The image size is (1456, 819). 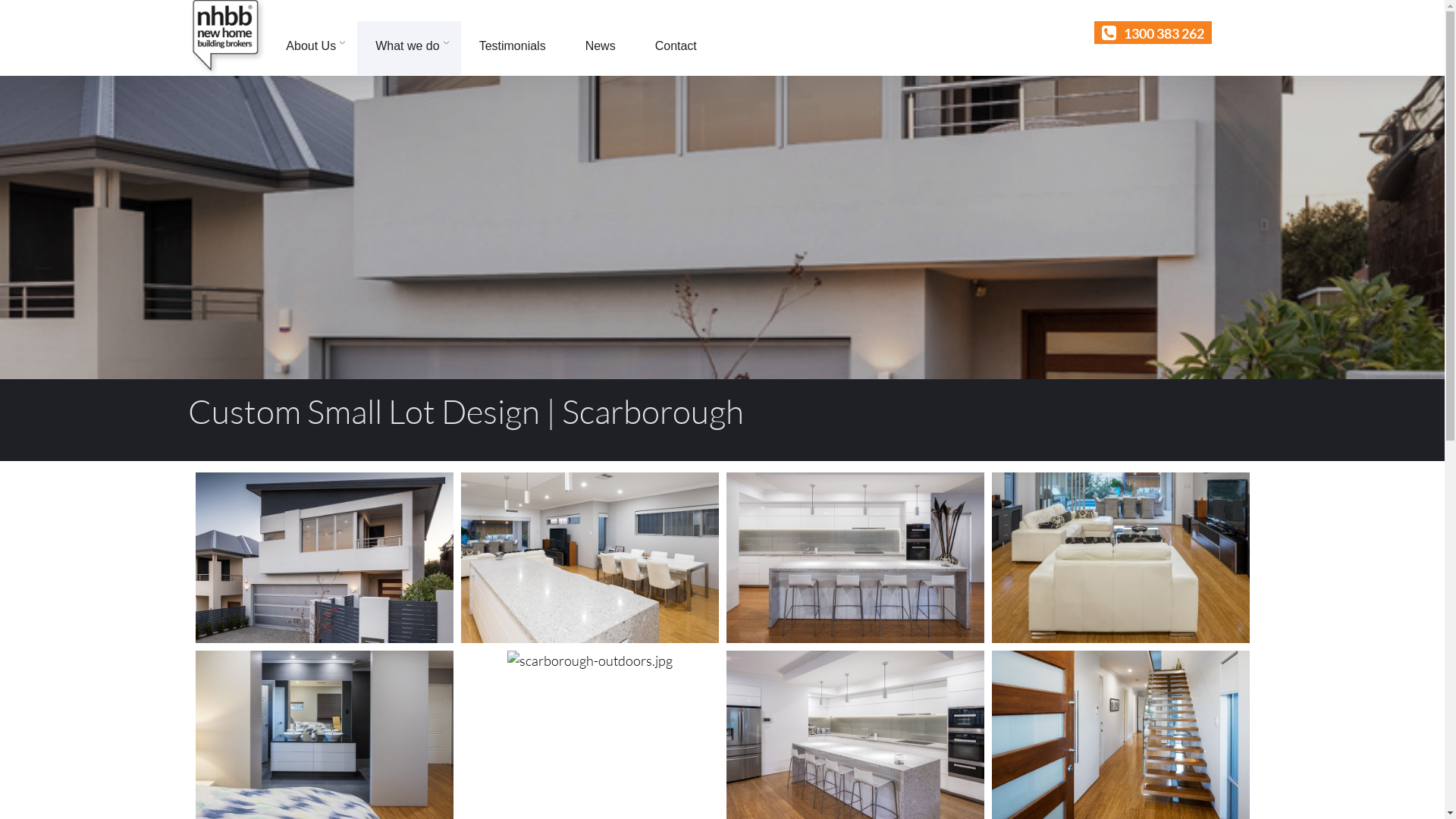 I want to click on 'What we do', so click(x=356, y=47).